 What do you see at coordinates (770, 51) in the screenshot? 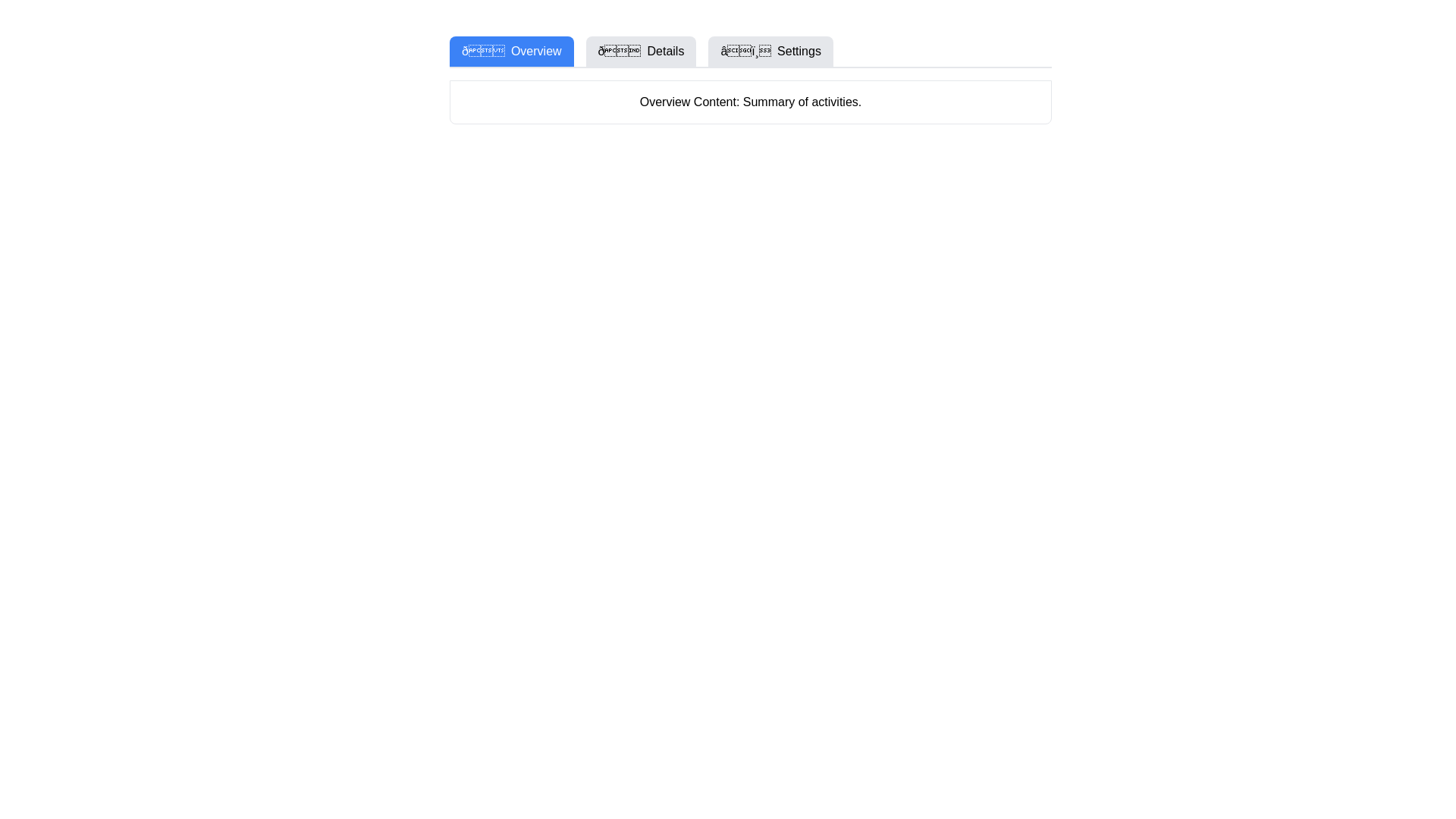
I see `the 'Settings' button, which is a gray rounded rectangle with a gear icon and the text 'Settings'` at bounding box center [770, 51].